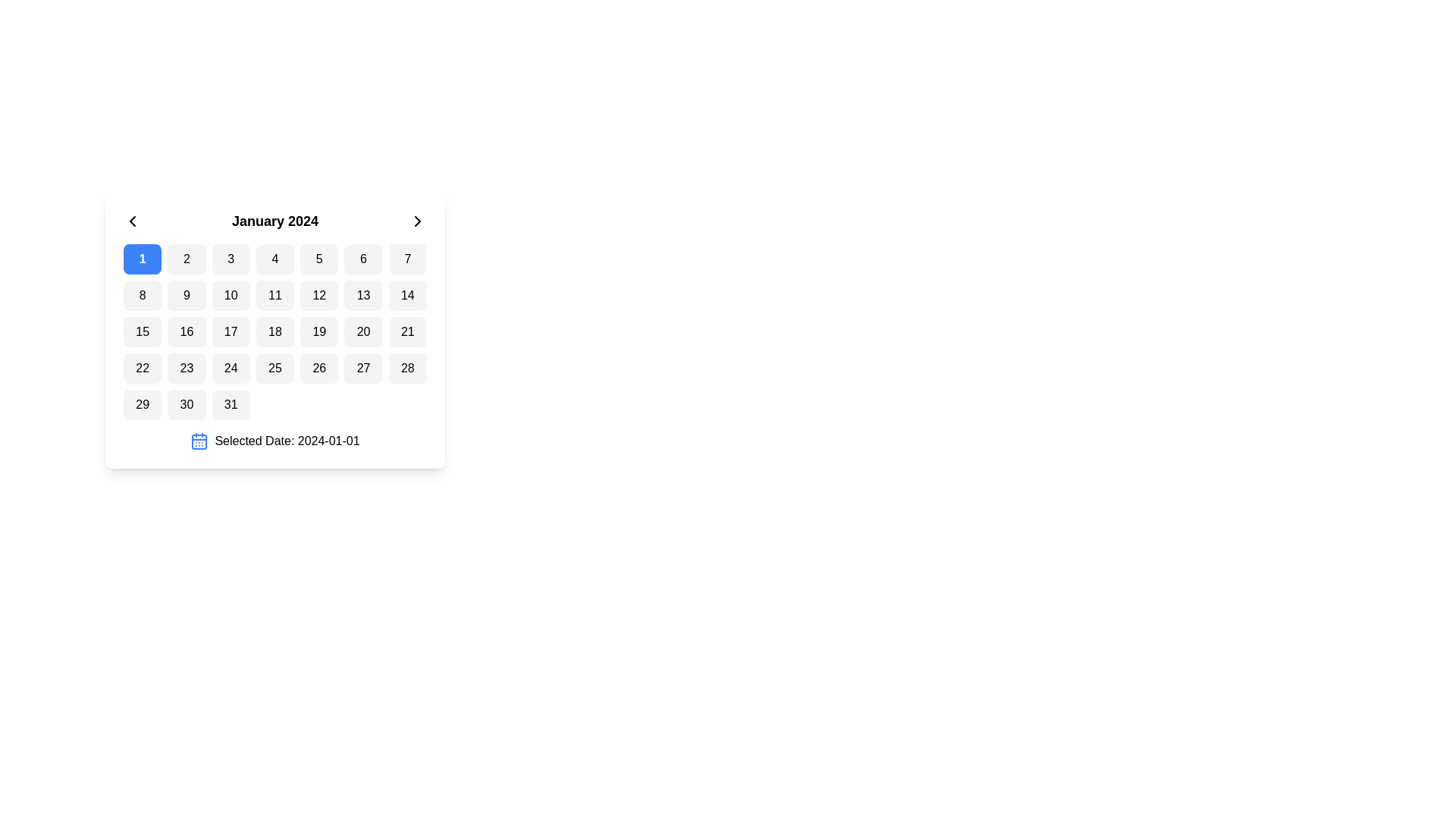 The height and width of the screenshot is (819, 1456). Describe the element at coordinates (407, 369) in the screenshot. I see `the button-like calendar cell displaying the number '28', located in the last column of the fifth row` at that location.